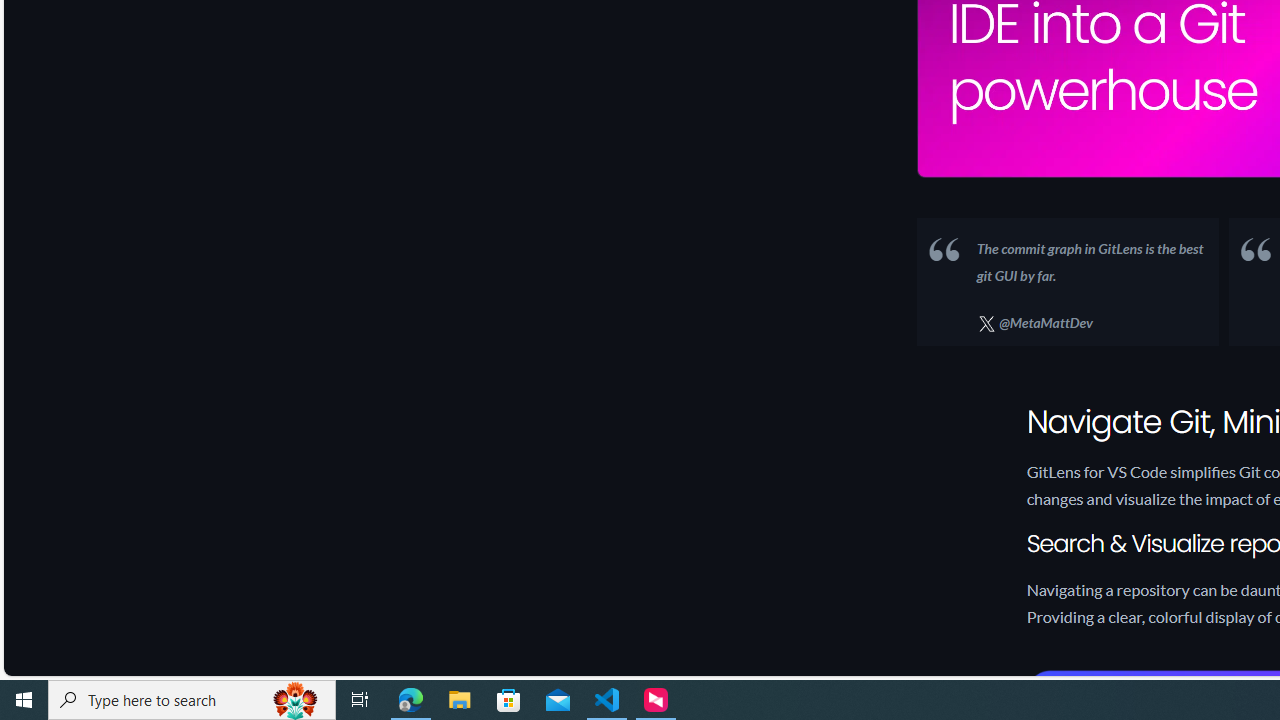 Image resolution: width=1280 pixels, height=720 pixels. I want to click on 'Search highlights icon opens search home window', so click(294, 698).